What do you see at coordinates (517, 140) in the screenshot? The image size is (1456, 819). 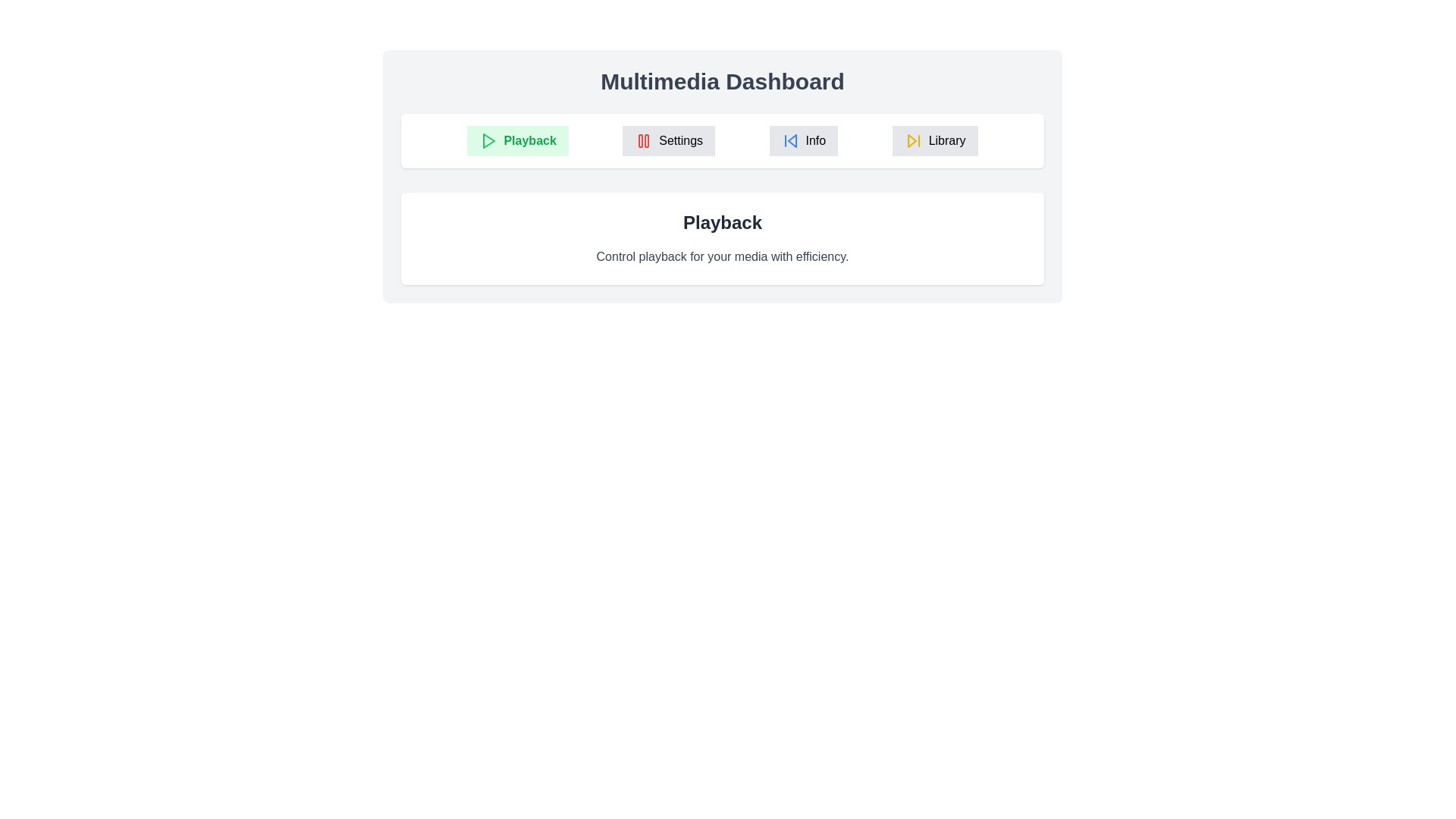 I see `the Playback tab` at bounding box center [517, 140].